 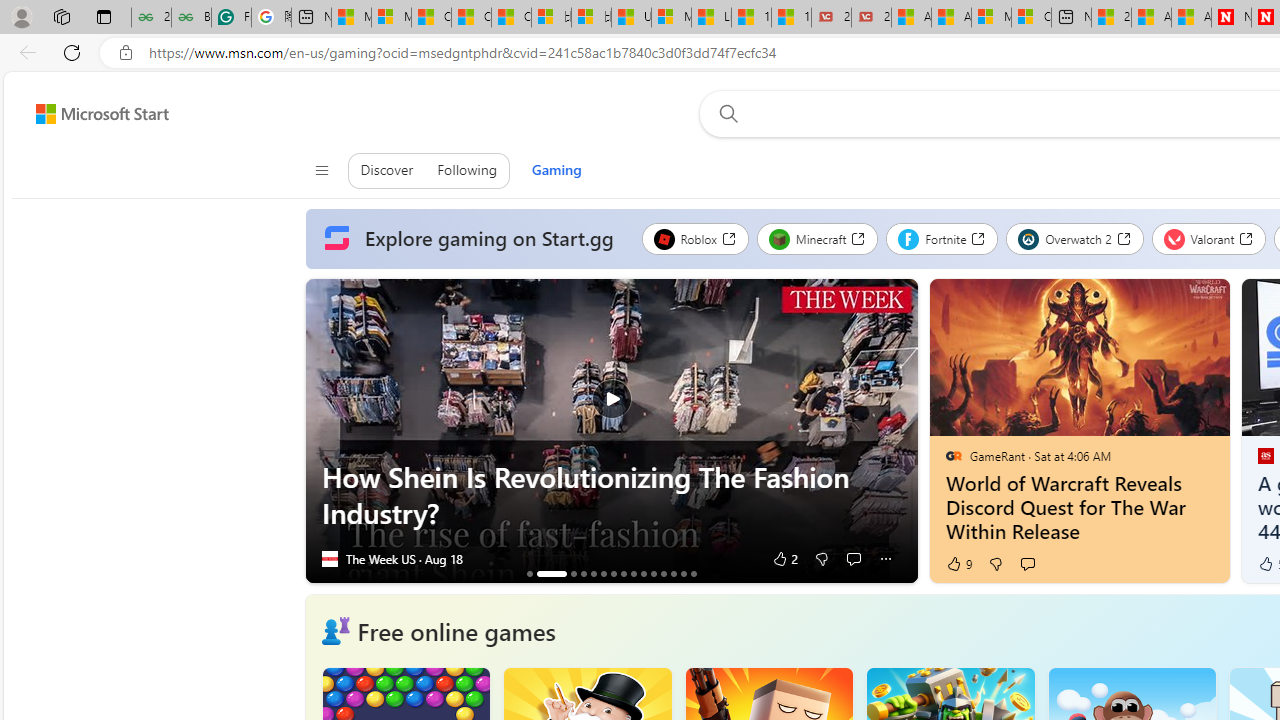 I want to click on 'AutomationID: casualCarouselIcon', so click(x=335, y=631).